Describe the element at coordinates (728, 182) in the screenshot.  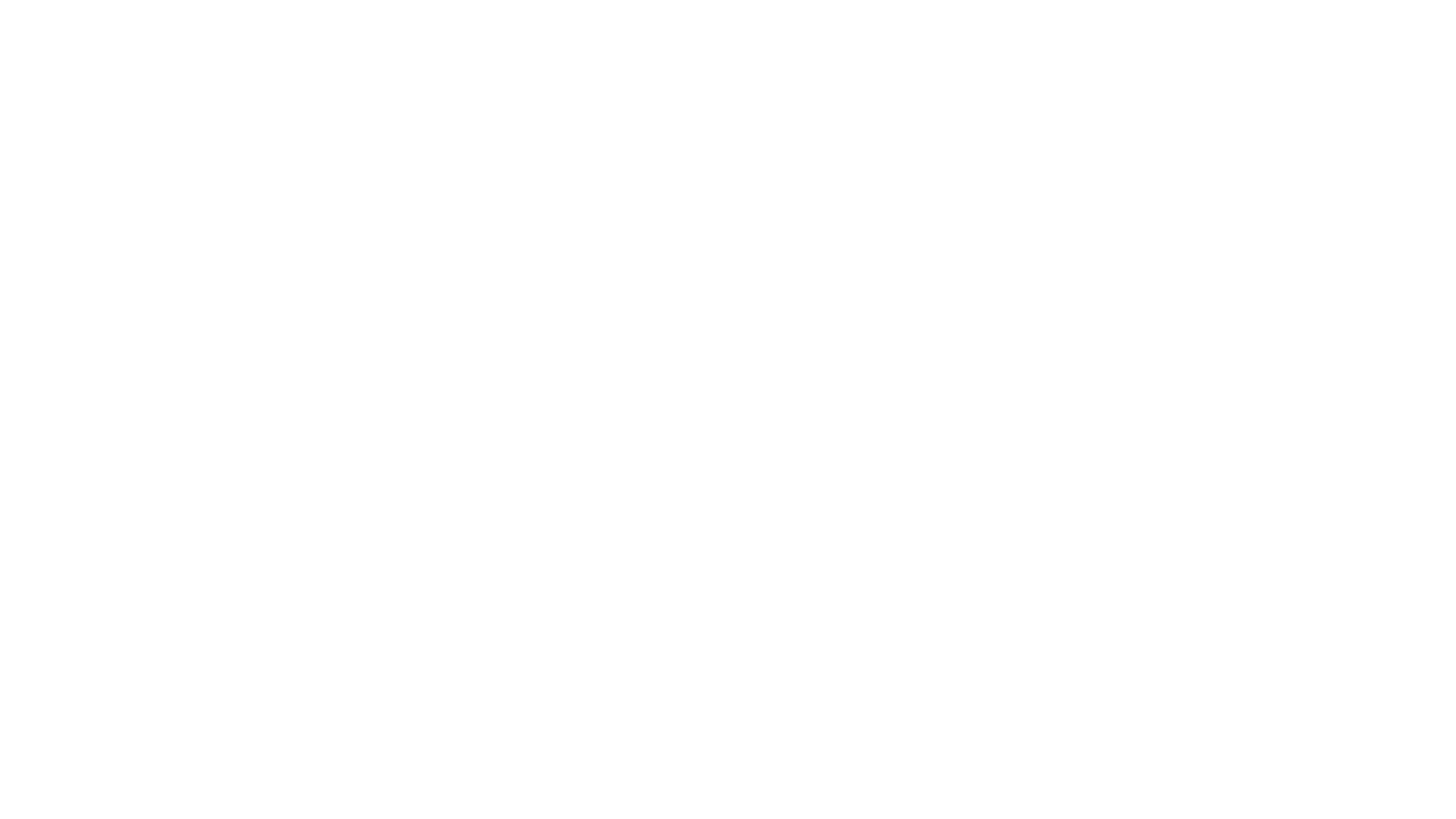
I see `By City and State` at that location.